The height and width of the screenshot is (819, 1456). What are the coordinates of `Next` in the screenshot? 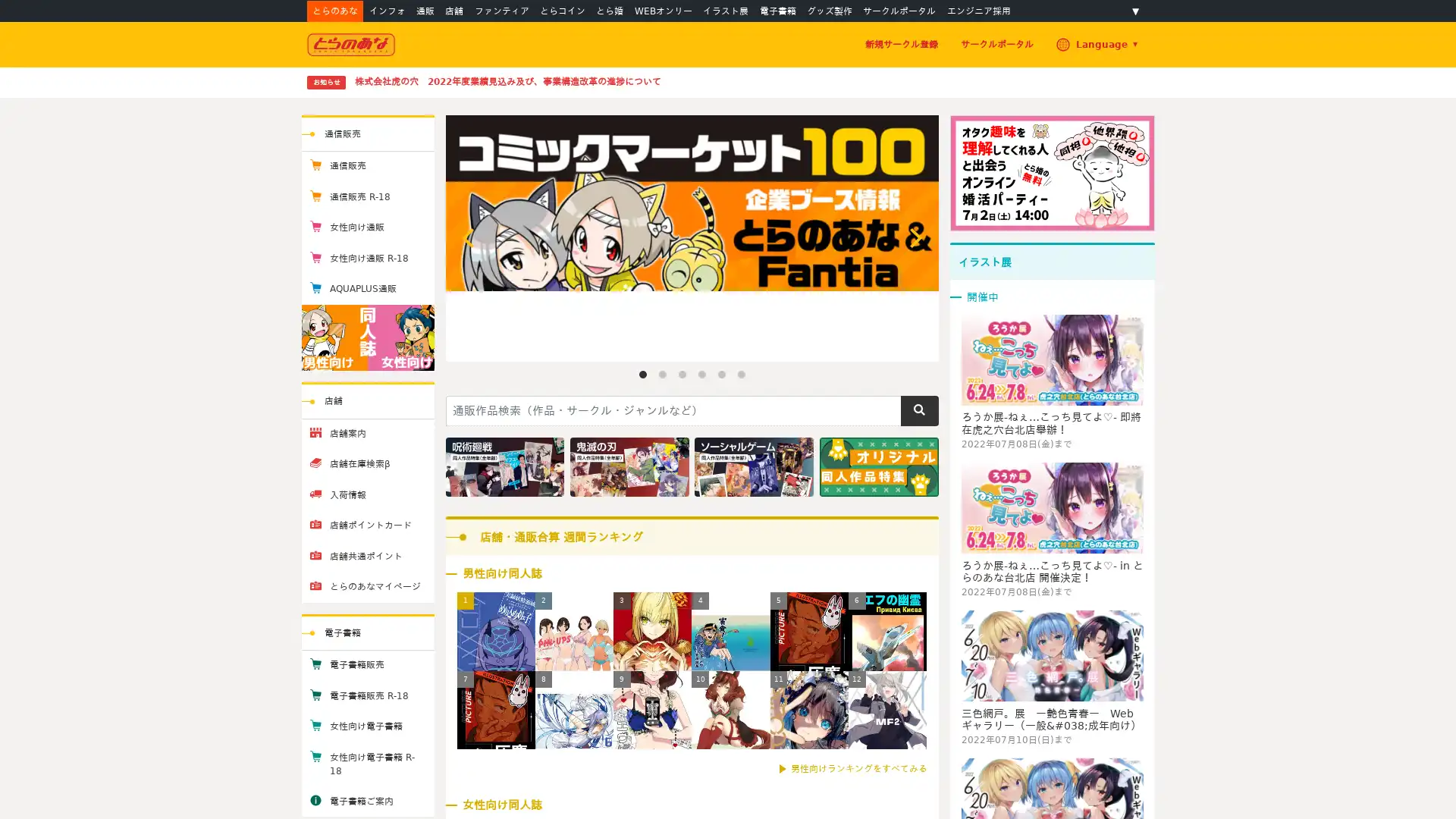 It's located at (912, 237).